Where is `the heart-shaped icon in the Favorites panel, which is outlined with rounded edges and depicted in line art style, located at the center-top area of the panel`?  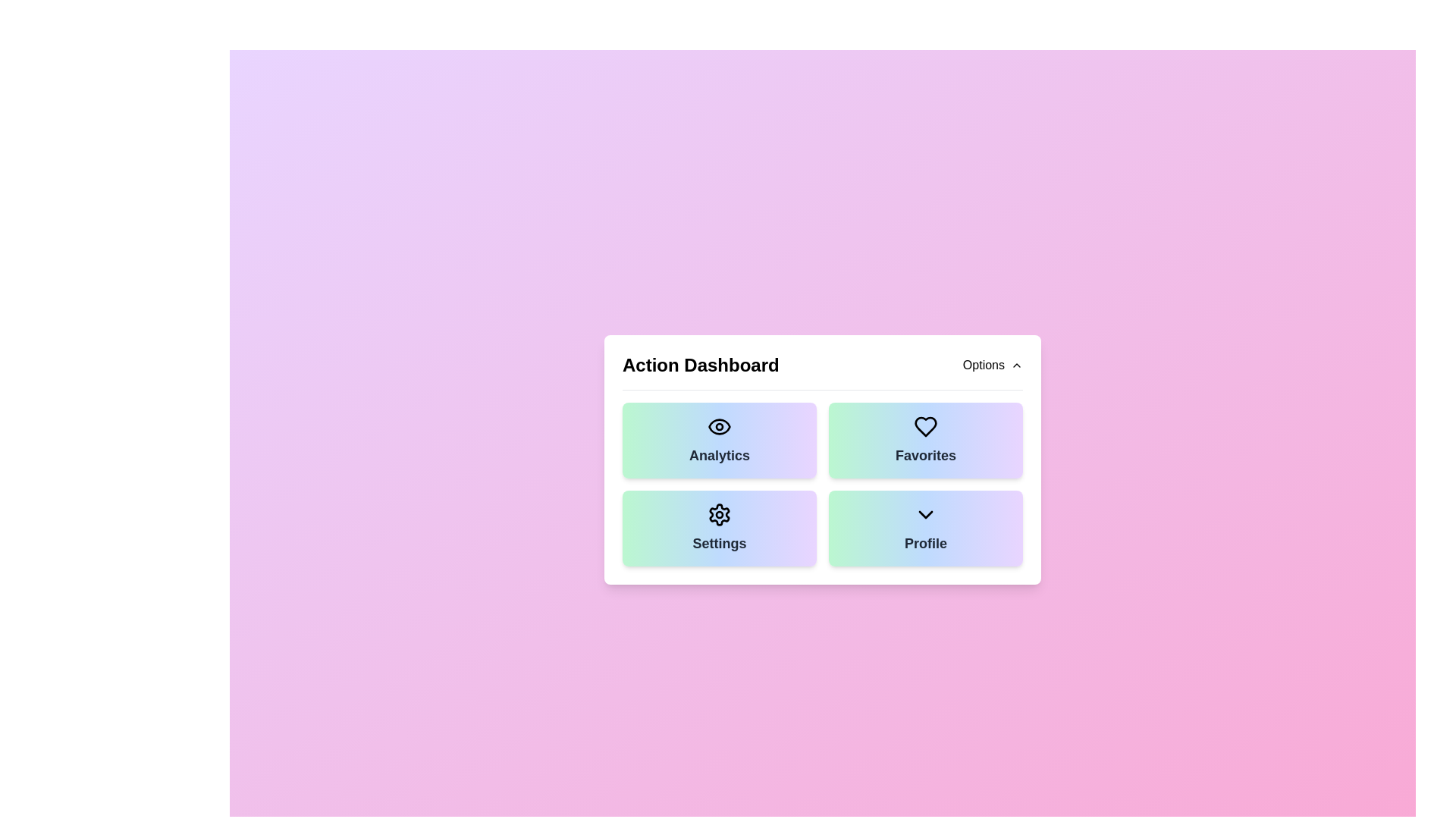 the heart-shaped icon in the Favorites panel, which is outlined with rounded edges and depicted in line art style, located at the center-top area of the panel is located at coordinates (924, 426).